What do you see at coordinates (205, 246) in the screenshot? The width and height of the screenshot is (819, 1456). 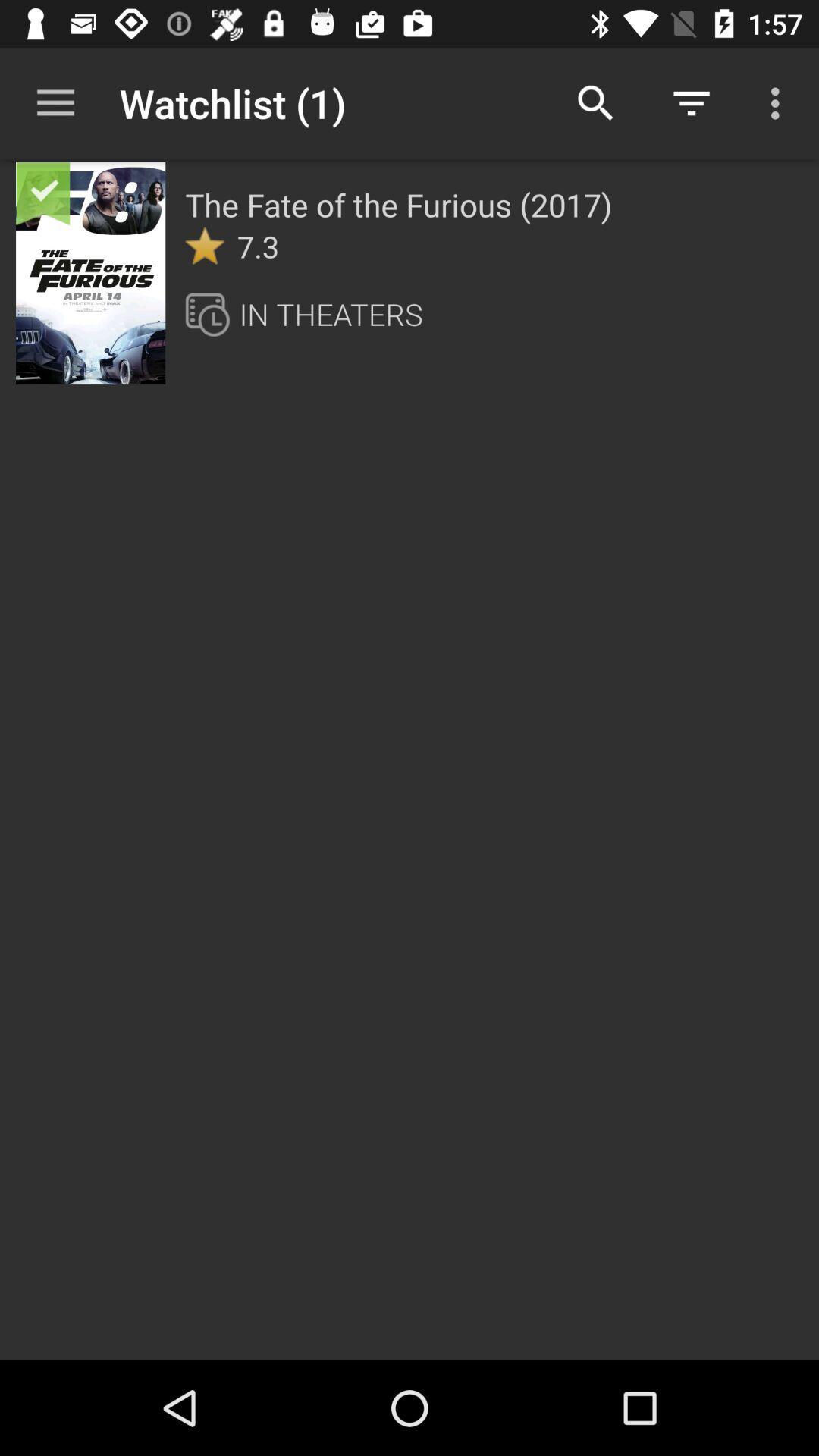 I see `icon next to the 7.3 icon` at bounding box center [205, 246].